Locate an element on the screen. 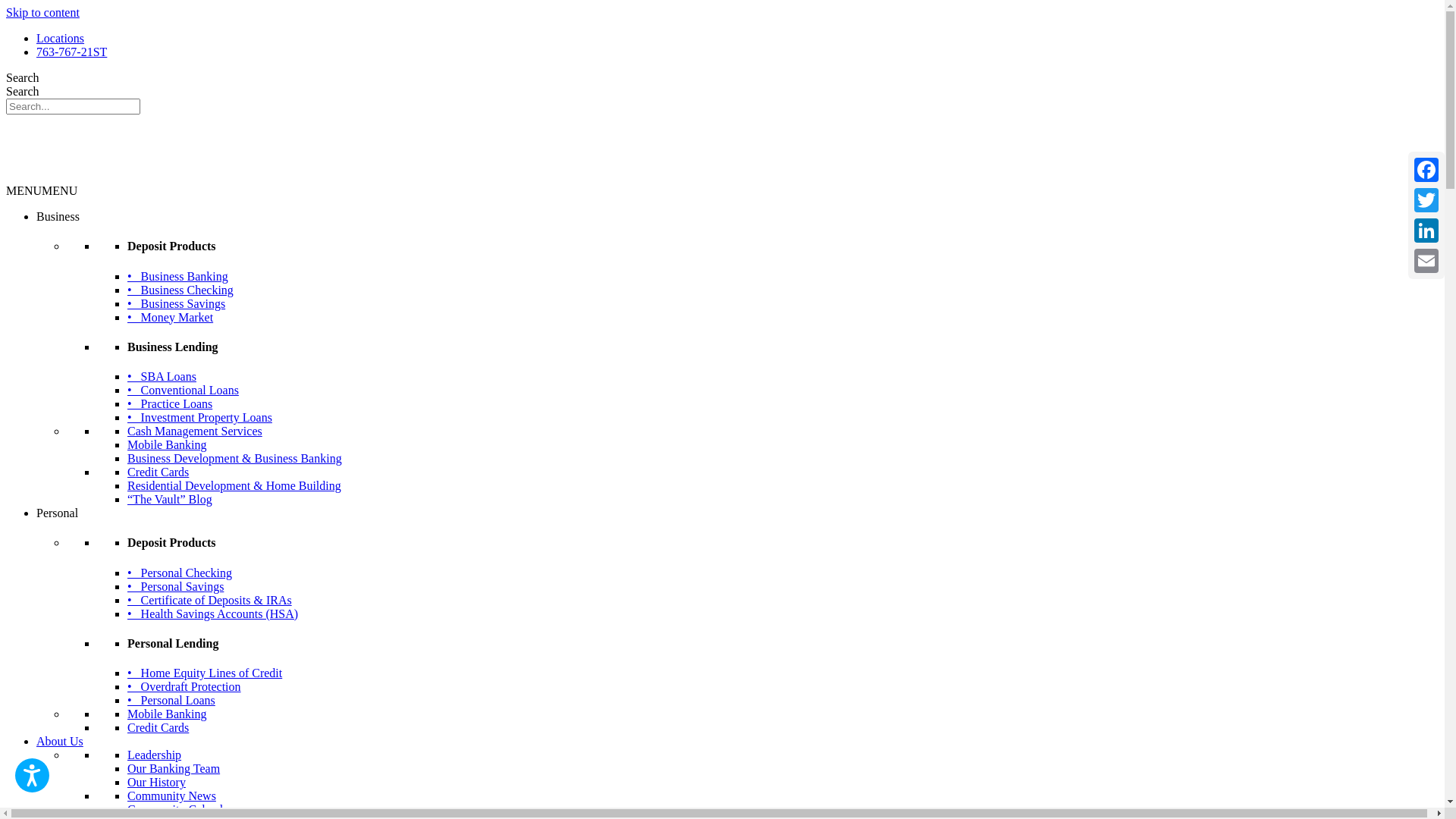 This screenshot has height=819, width=1456. 'Leadership' is located at coordinates (154, 755).